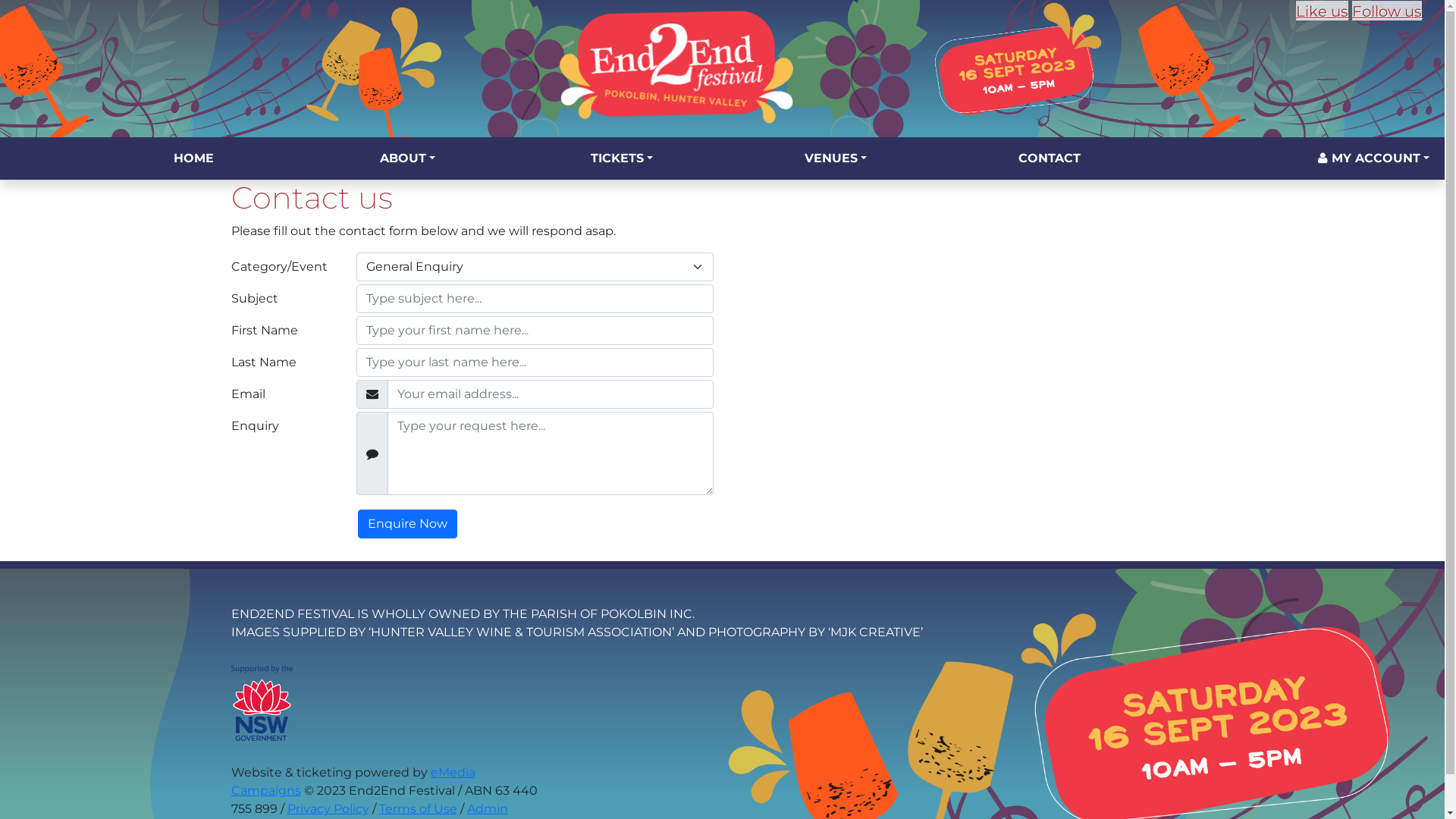 The height and width of the screenshot is (819, 1456). I want to click on 'VENUES', so click(835, 158).